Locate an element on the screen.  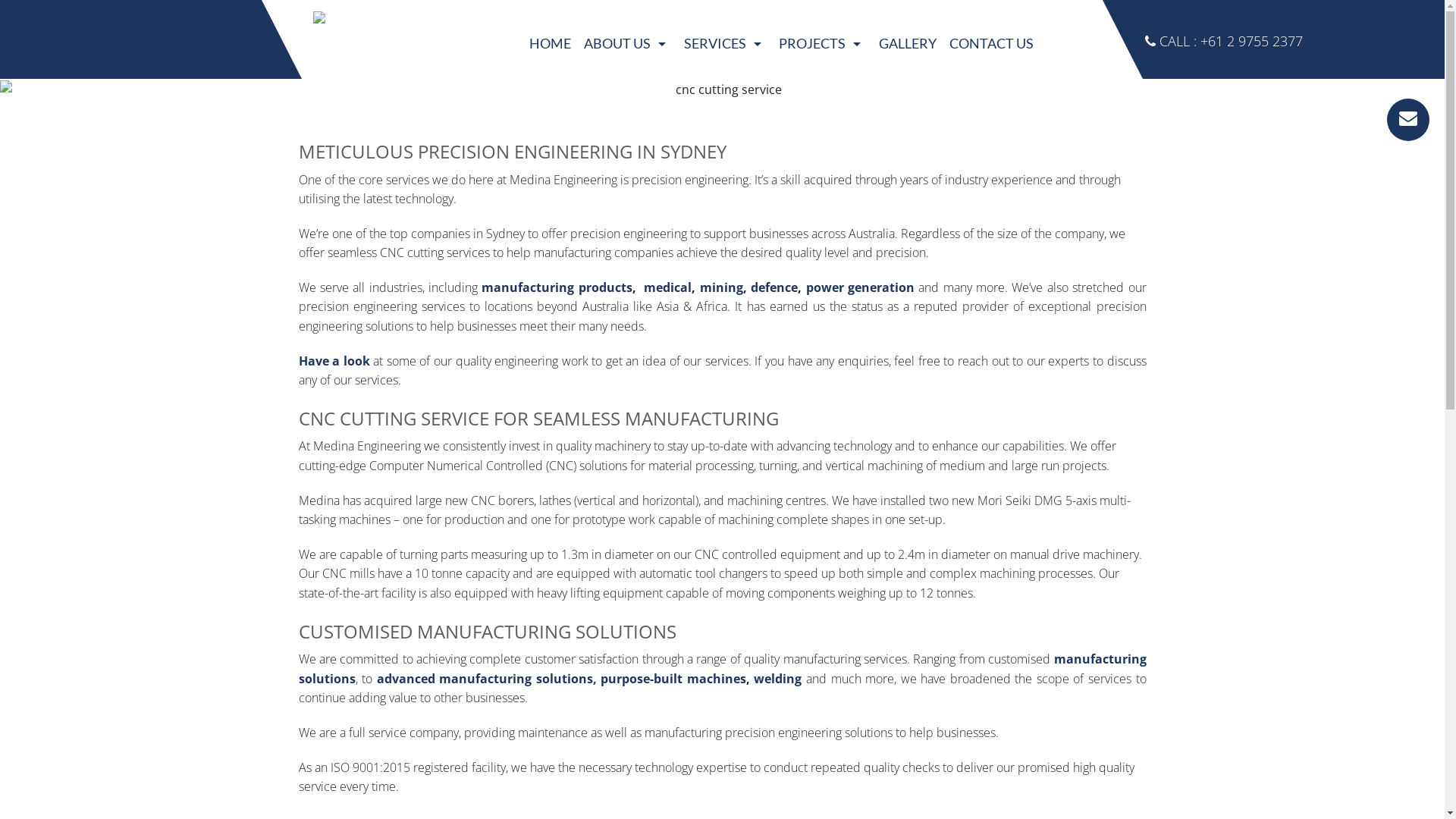
'advanced manufacturing solutions,' is located at coordinates (377, 677).